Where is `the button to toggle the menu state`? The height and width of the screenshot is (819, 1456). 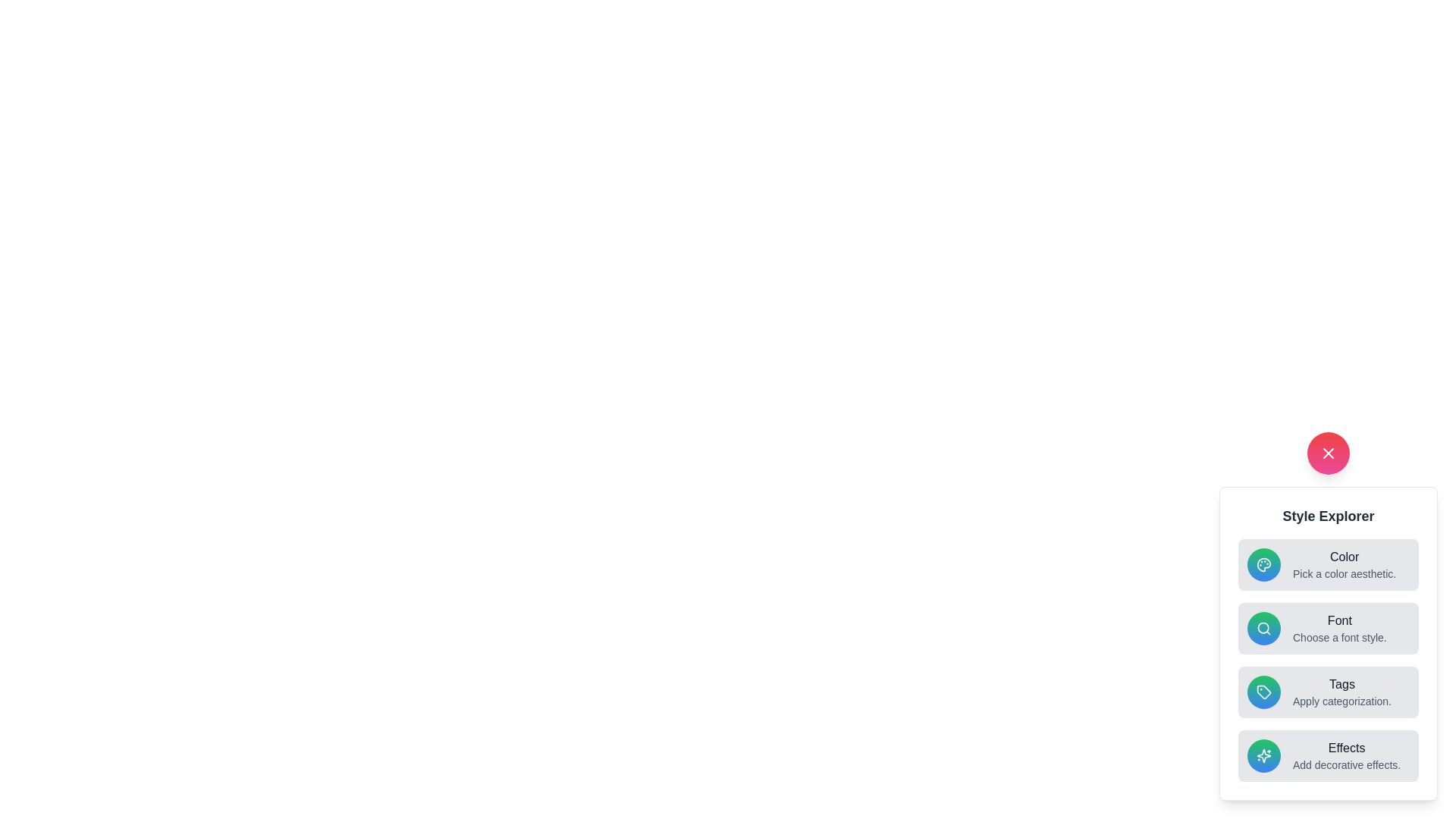
the button to toggle the menu state is located at coordinates (1328, 452).